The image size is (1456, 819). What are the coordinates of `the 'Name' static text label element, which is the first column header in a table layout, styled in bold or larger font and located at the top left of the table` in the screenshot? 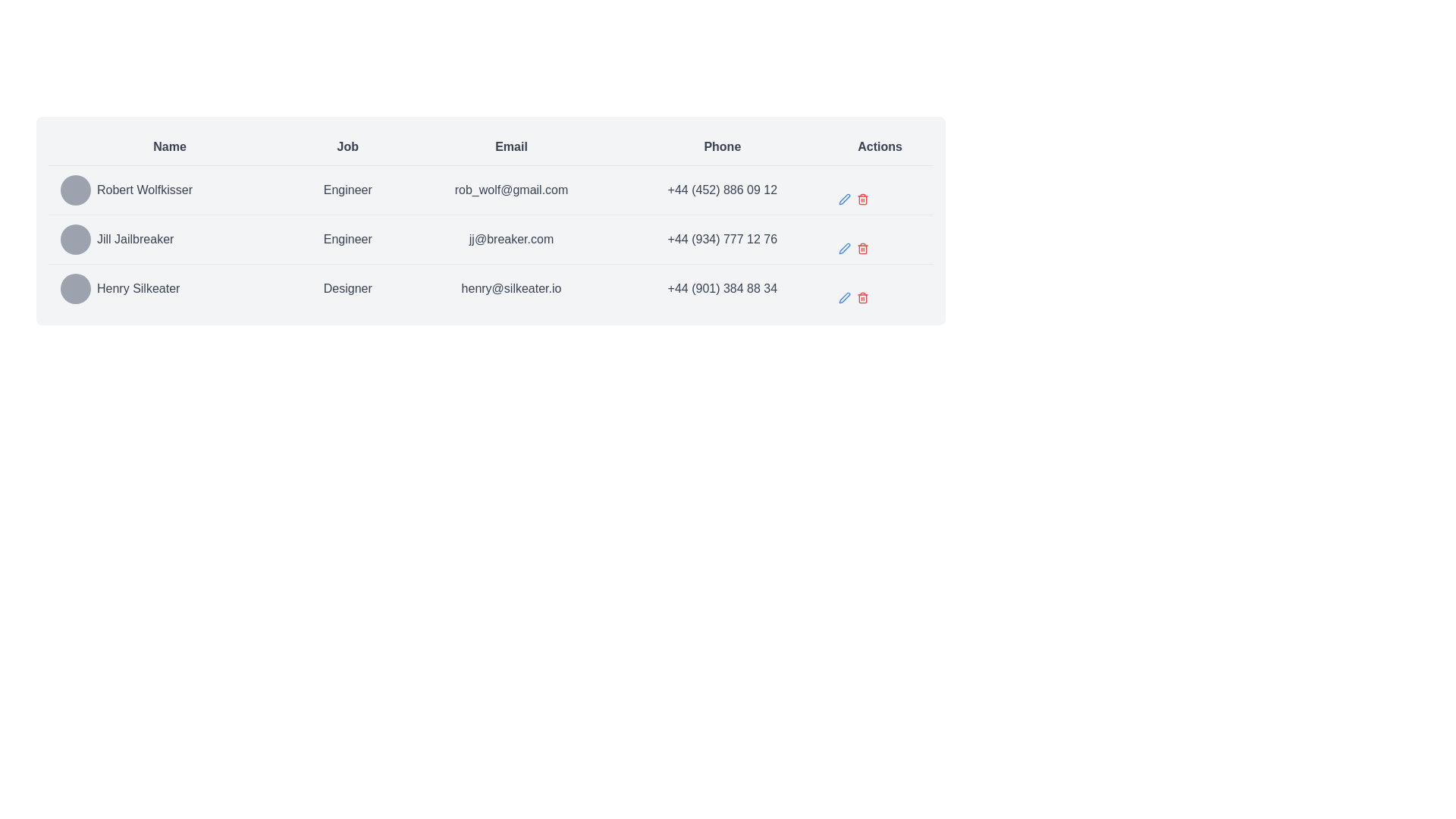 It's located at (170, 147).